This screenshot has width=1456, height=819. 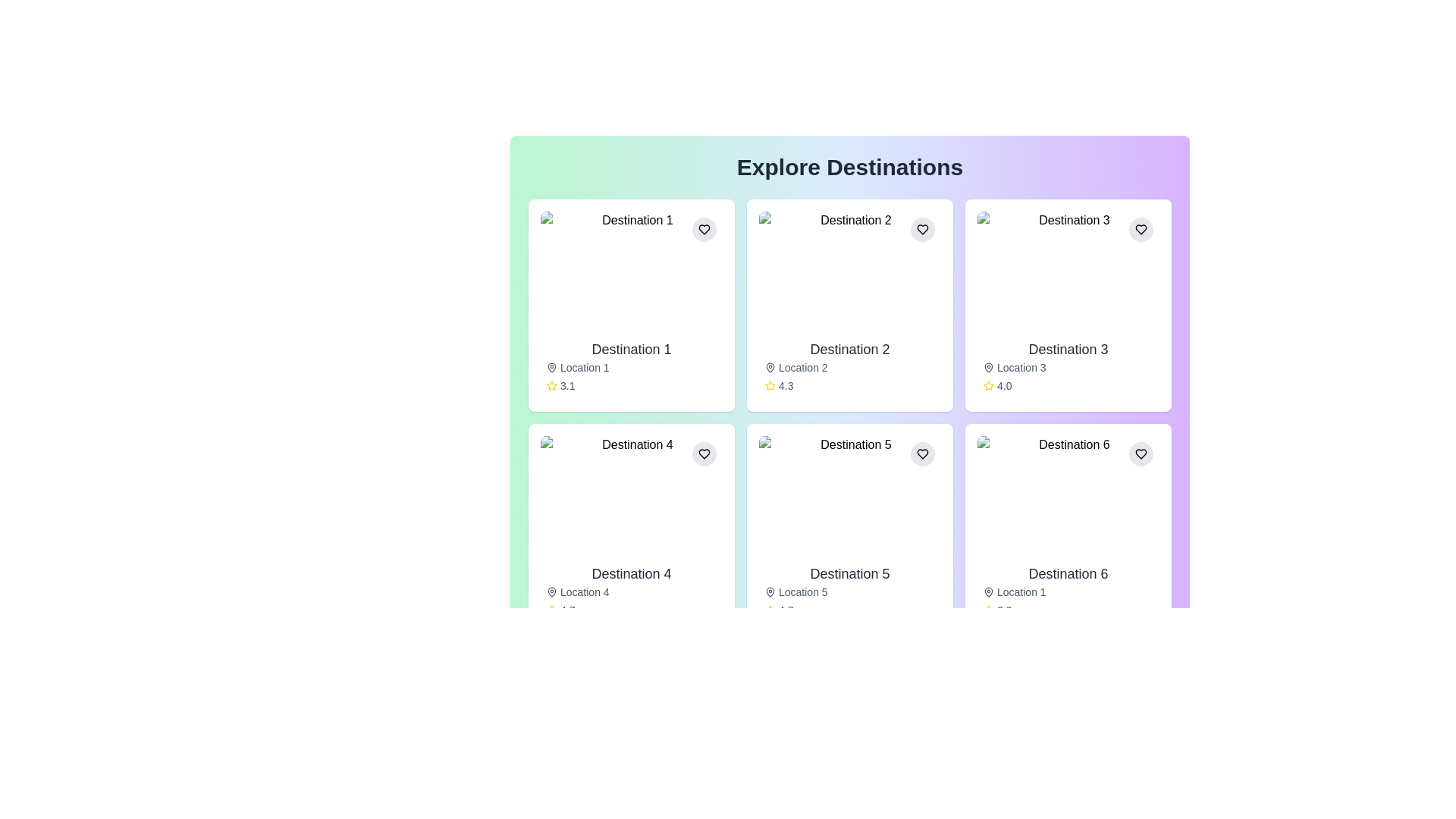 I want to click on title text of the destination located in the sixth card of the grid layout, positioned above the information about the location and ratings, so click(x=1068, y=573).